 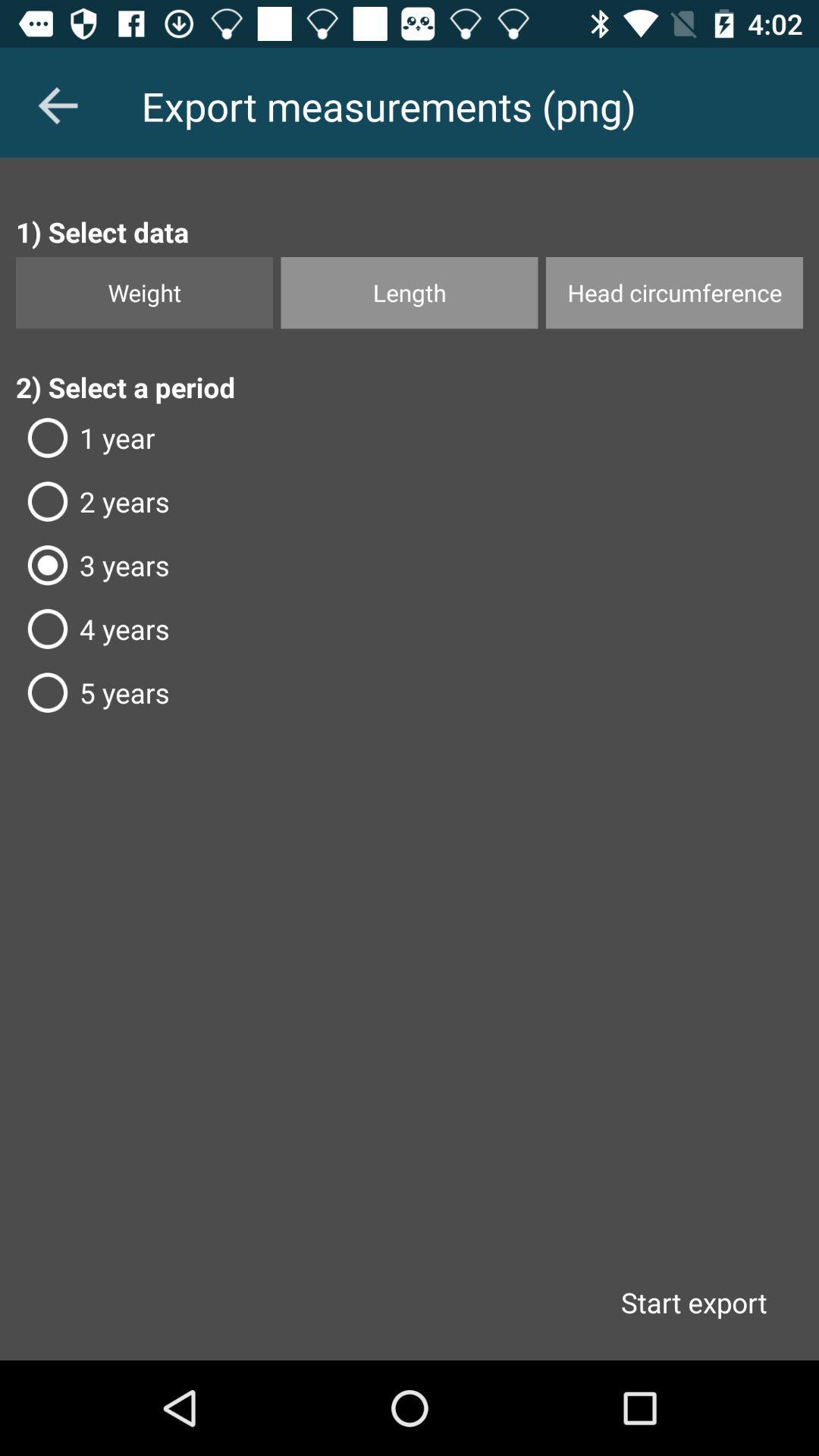 What do you see at coordinates (409, 501) in the screenshot?
I see `the icon below the 1 year item` at bounding box center [409, 501].